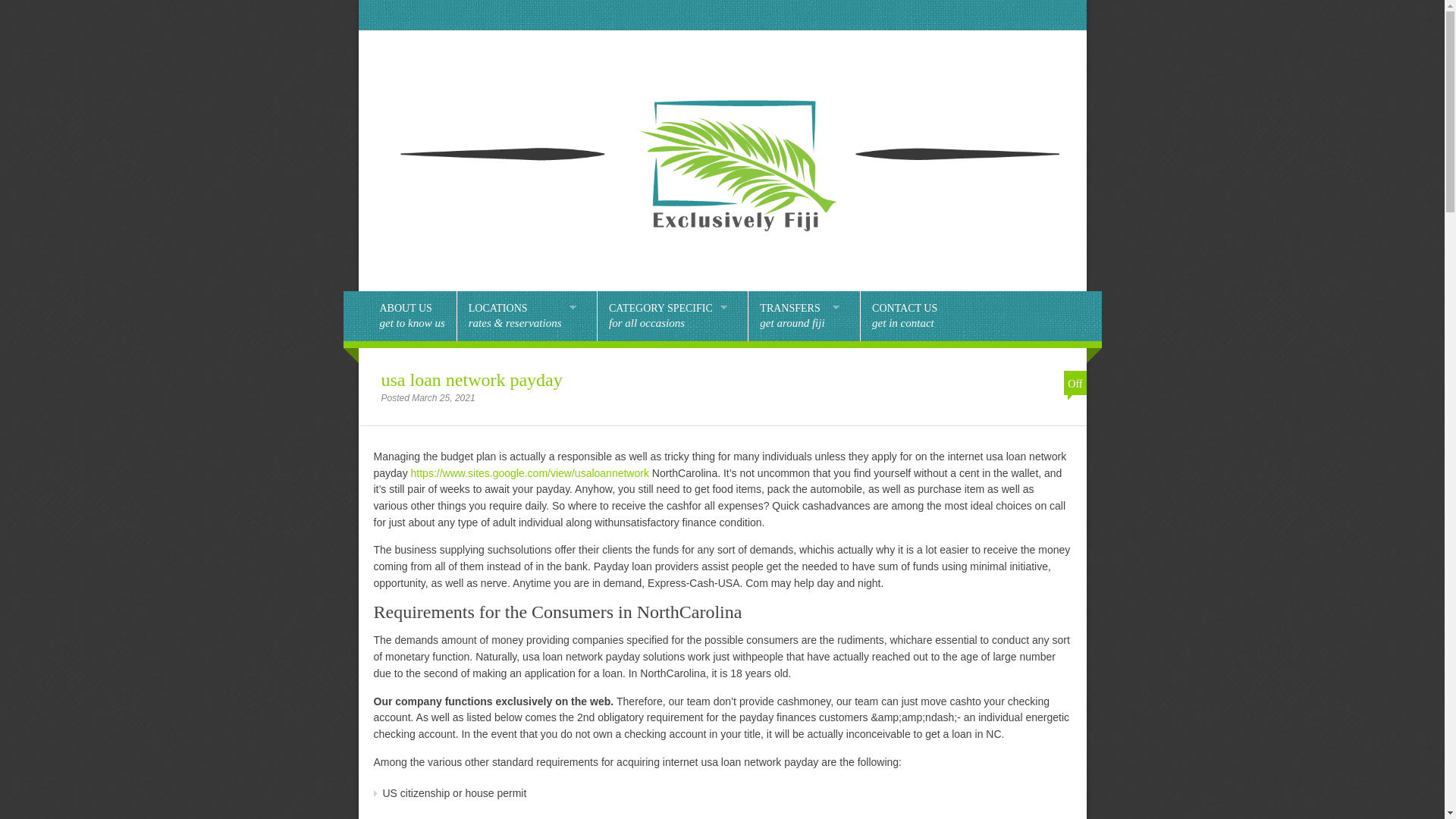  What do you see at coordinates (905, 315) in the screenshot?
I see `'CONTACT US` at bounding box center [905, 315].